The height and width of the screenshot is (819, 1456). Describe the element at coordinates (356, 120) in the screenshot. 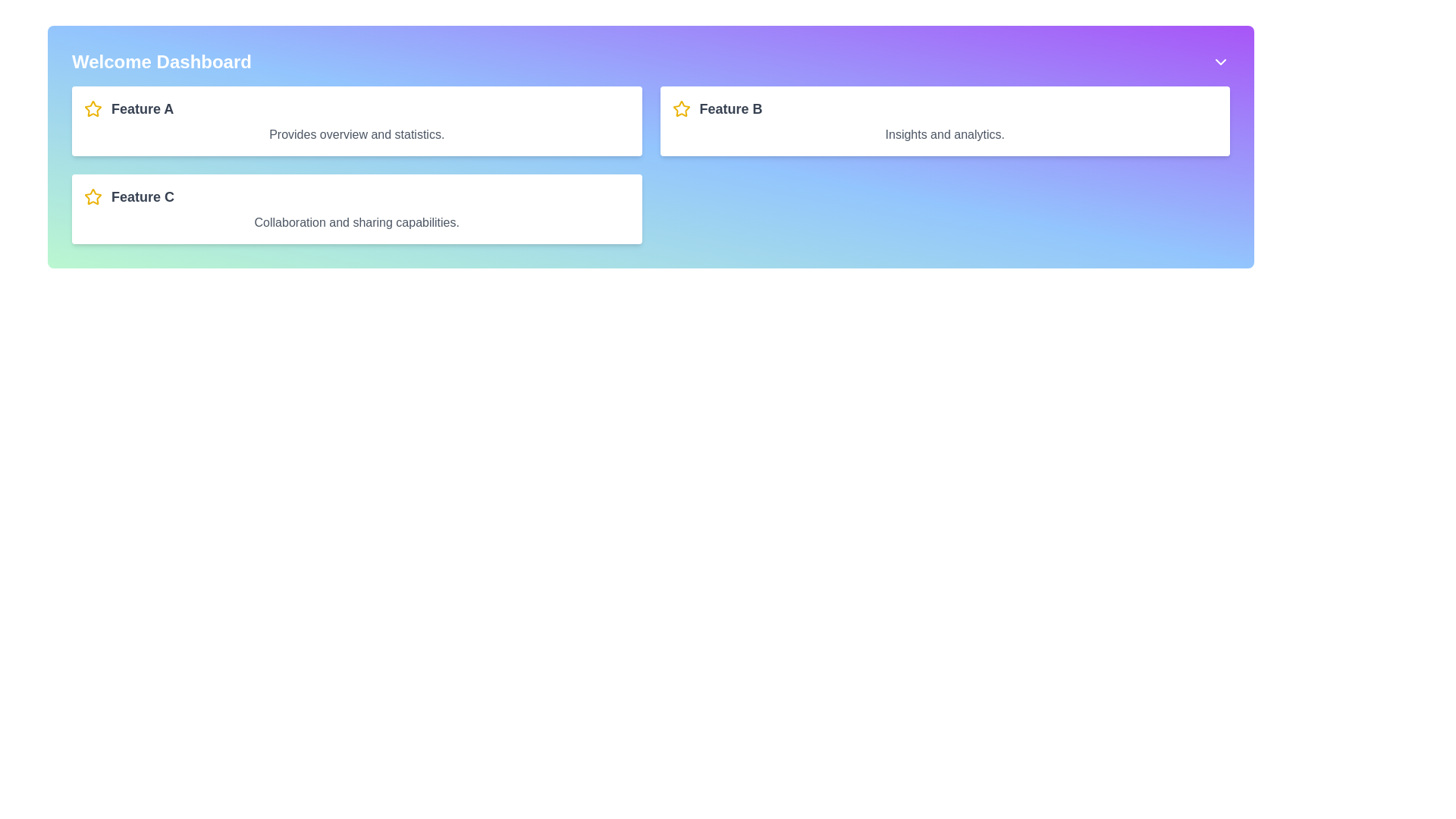

I see `the card introducing 'Feature A' located in the top-left section of the grid to interact with it` at that location.